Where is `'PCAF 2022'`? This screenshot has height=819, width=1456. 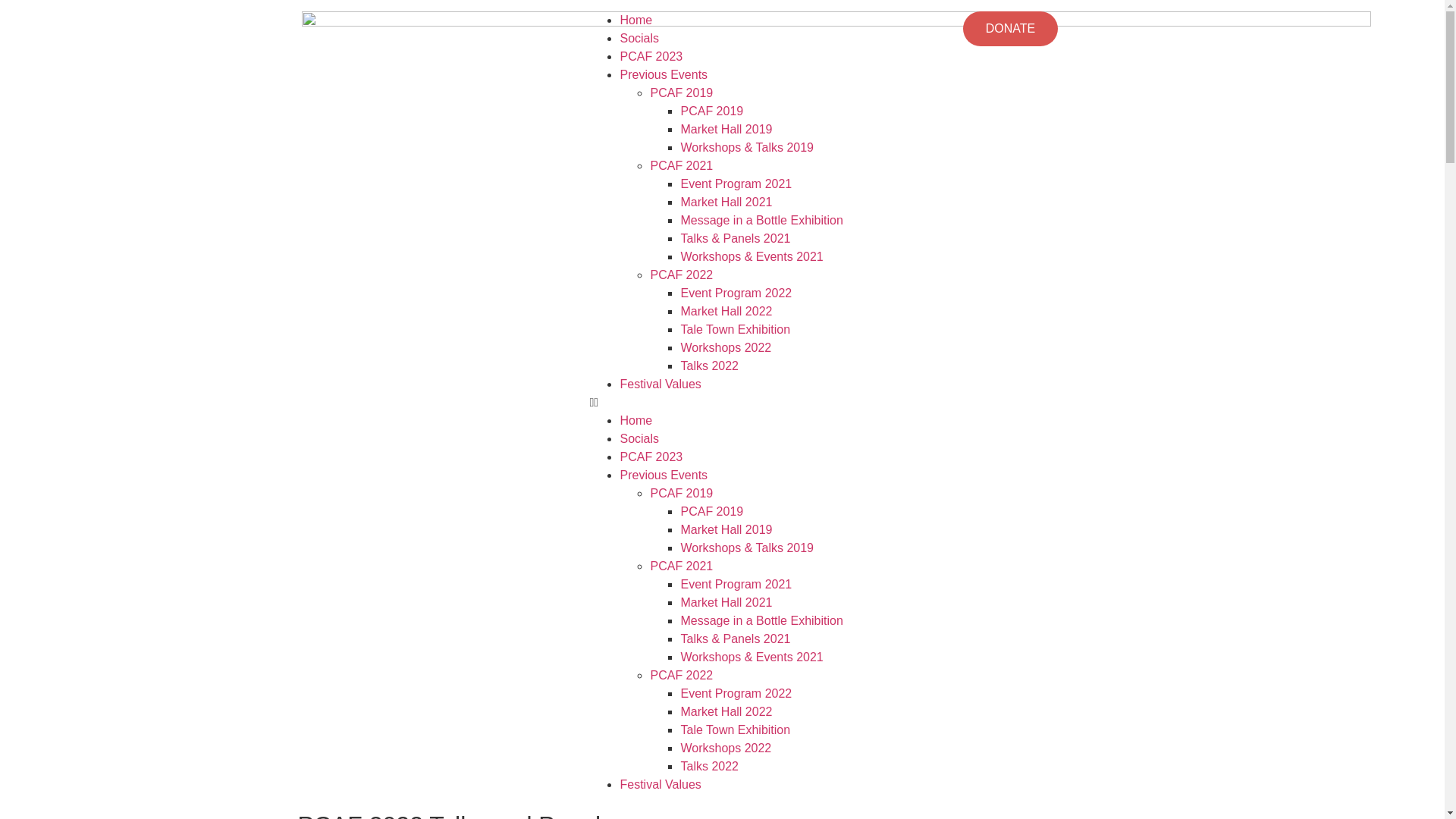
'PCAF 2022' is located at coordinates (650, 275).